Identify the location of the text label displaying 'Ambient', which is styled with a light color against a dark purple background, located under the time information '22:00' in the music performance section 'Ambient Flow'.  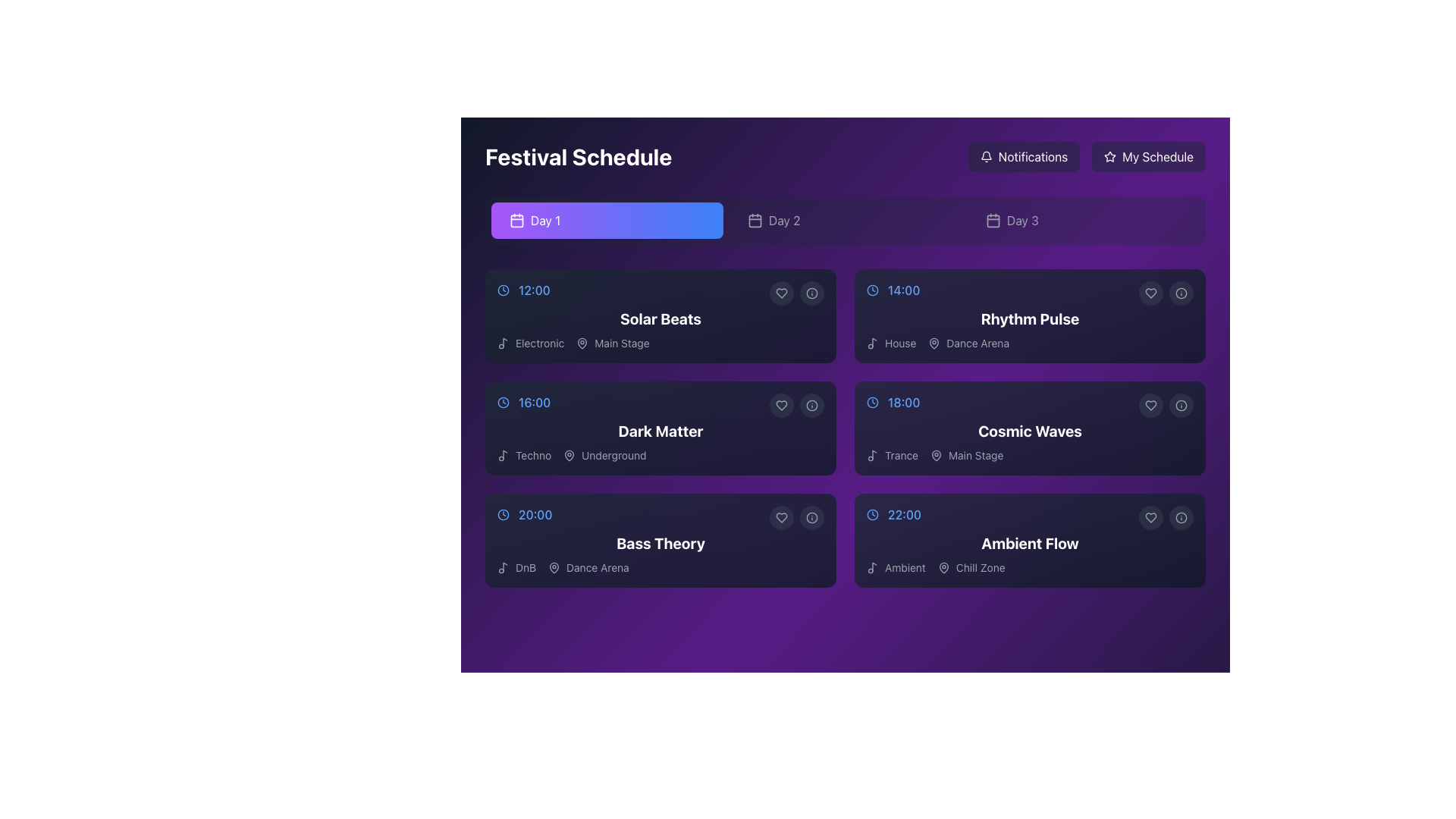
(905, 567).